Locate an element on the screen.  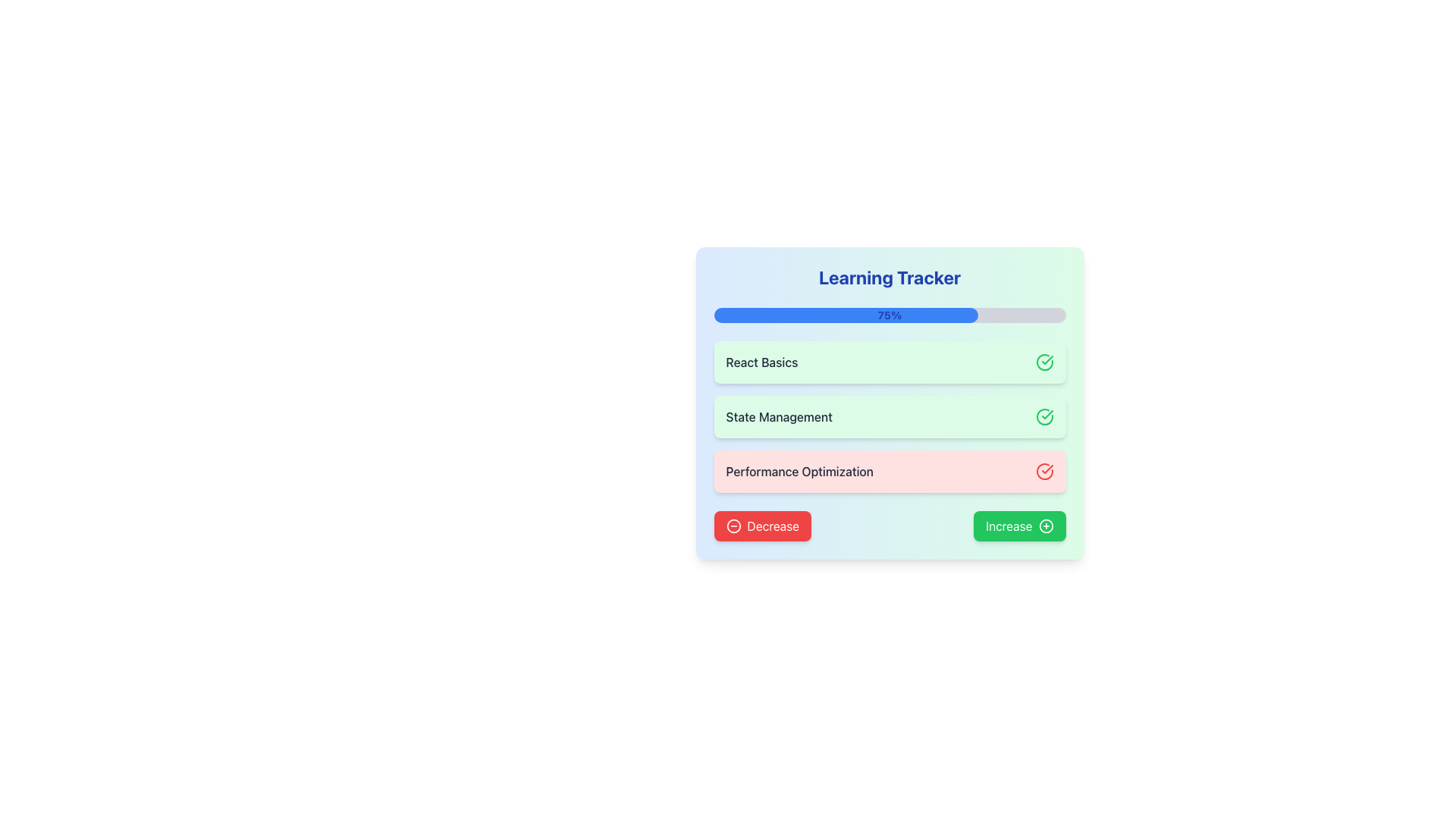
the plus icon inside a circle located on the right-hand side of the green 'Increase' button at the bottom-right of the Learning Tracker interface is located at coordinates (1045, 526).